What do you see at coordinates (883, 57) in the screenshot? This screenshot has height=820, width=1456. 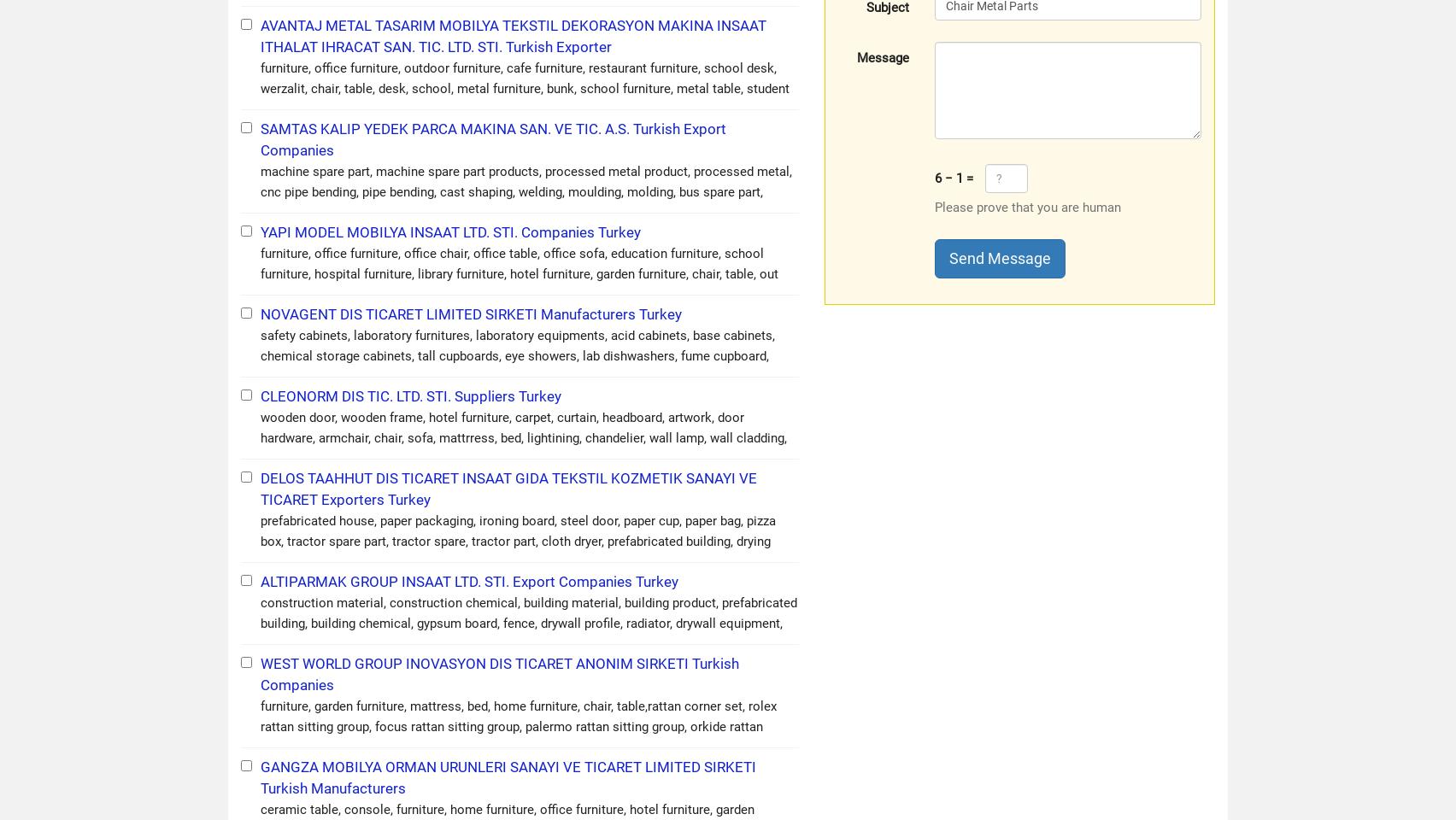 I see `'Message'` at bounding box center [883, 57].